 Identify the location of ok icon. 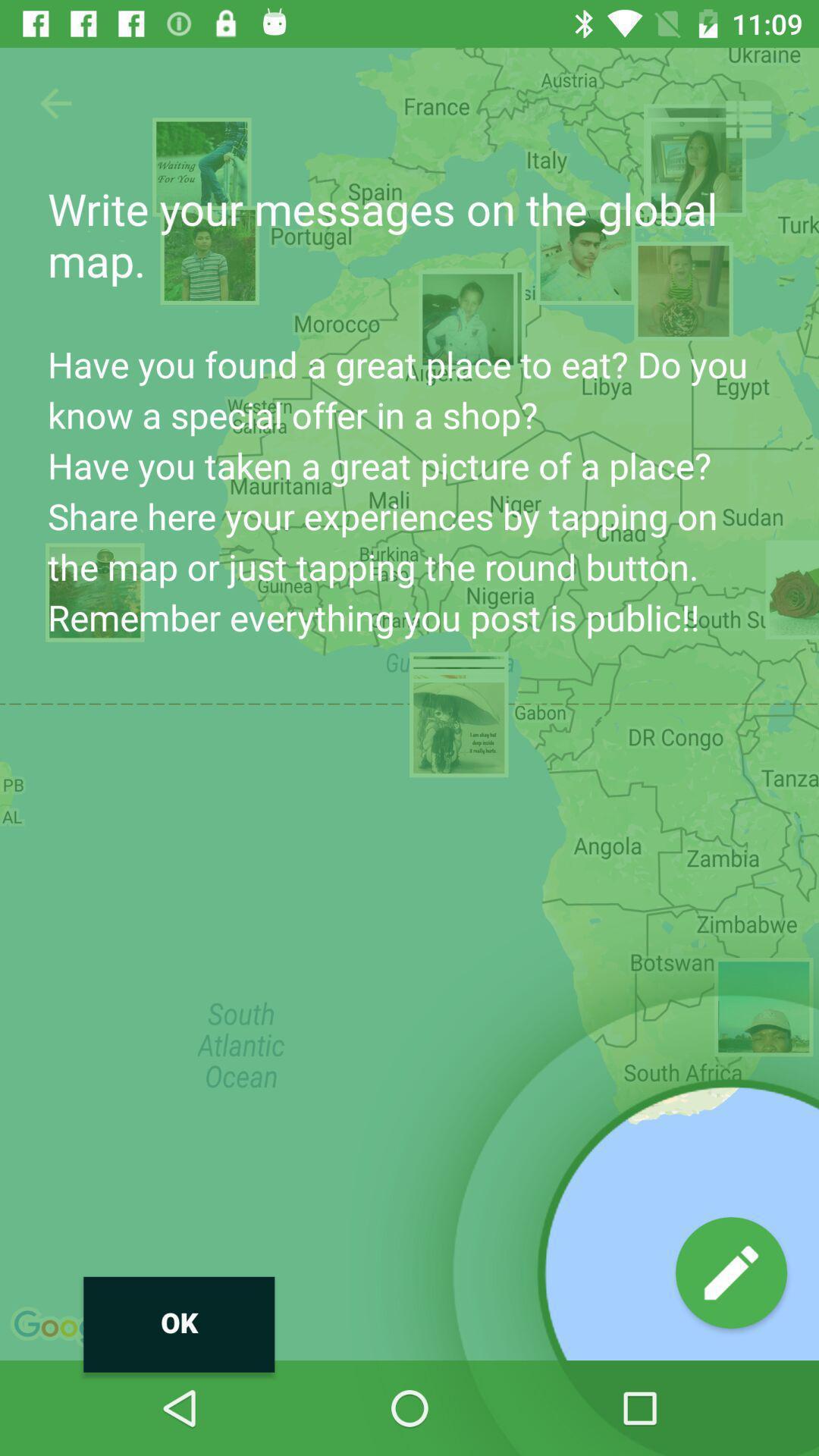
(178, 1323).